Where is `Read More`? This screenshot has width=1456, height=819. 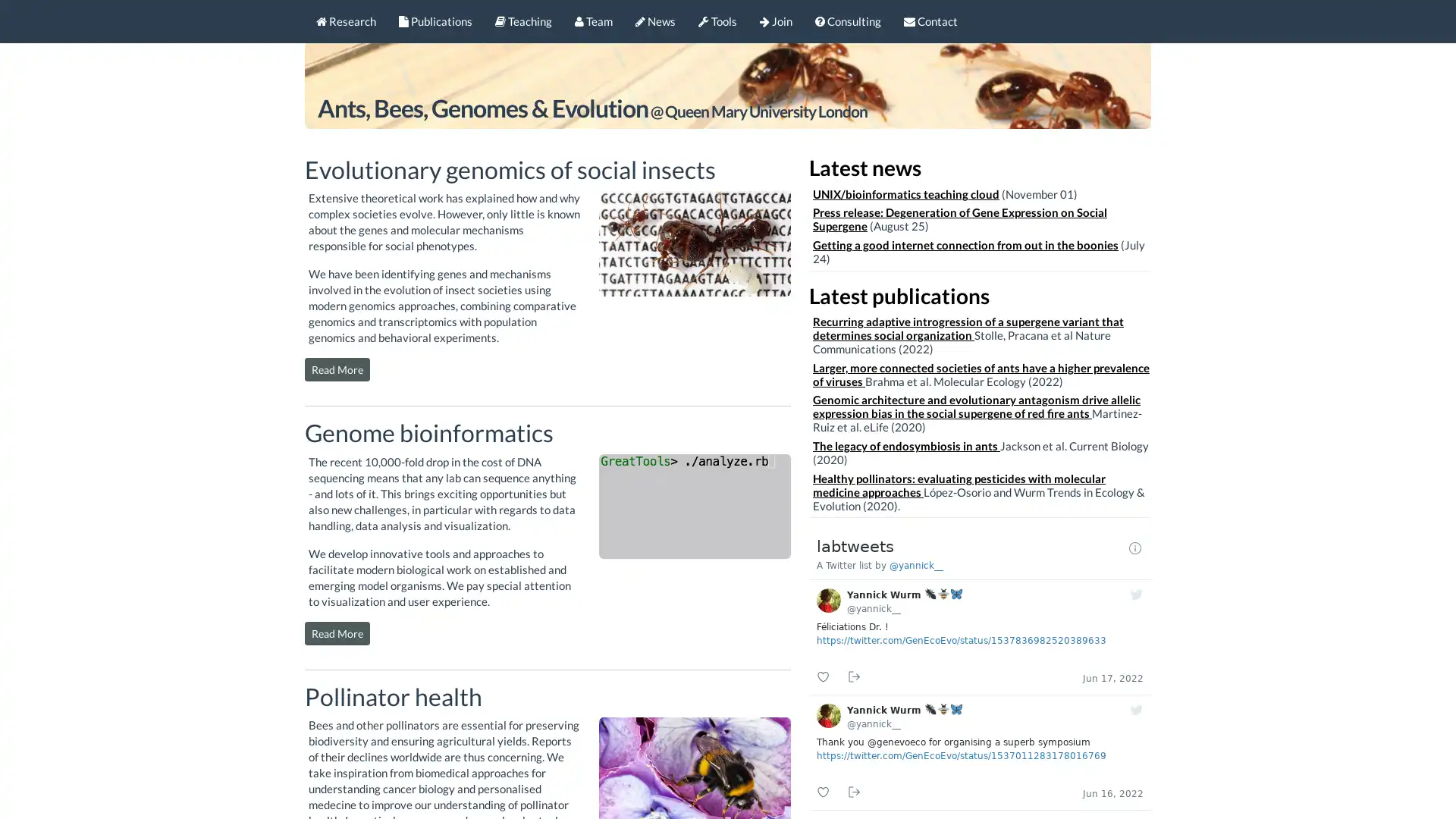
Read More is located at coordinates (337, 369).